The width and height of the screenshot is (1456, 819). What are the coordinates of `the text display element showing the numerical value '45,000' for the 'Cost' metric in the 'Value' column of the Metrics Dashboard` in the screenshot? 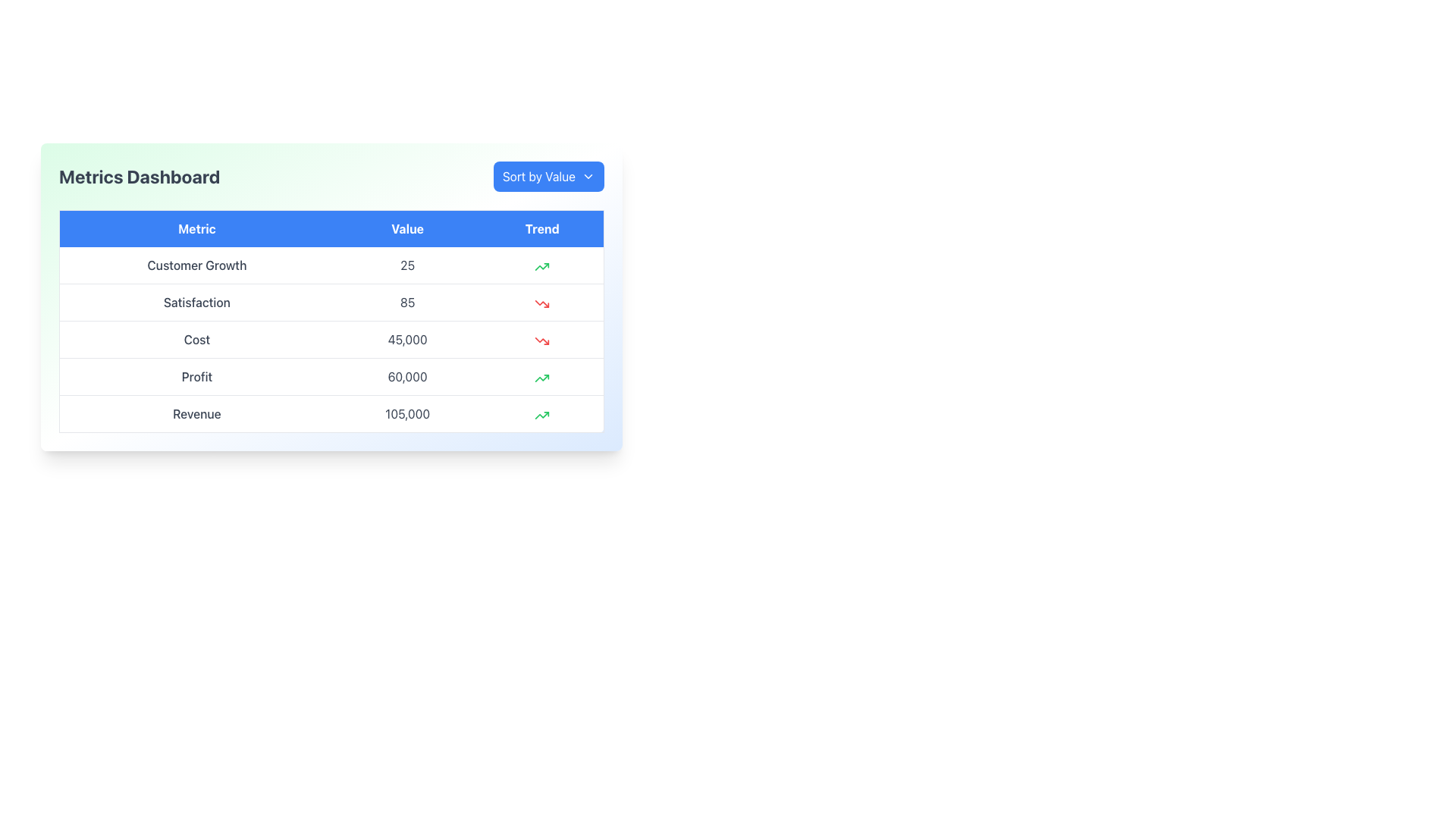 It's located at (407, 338).